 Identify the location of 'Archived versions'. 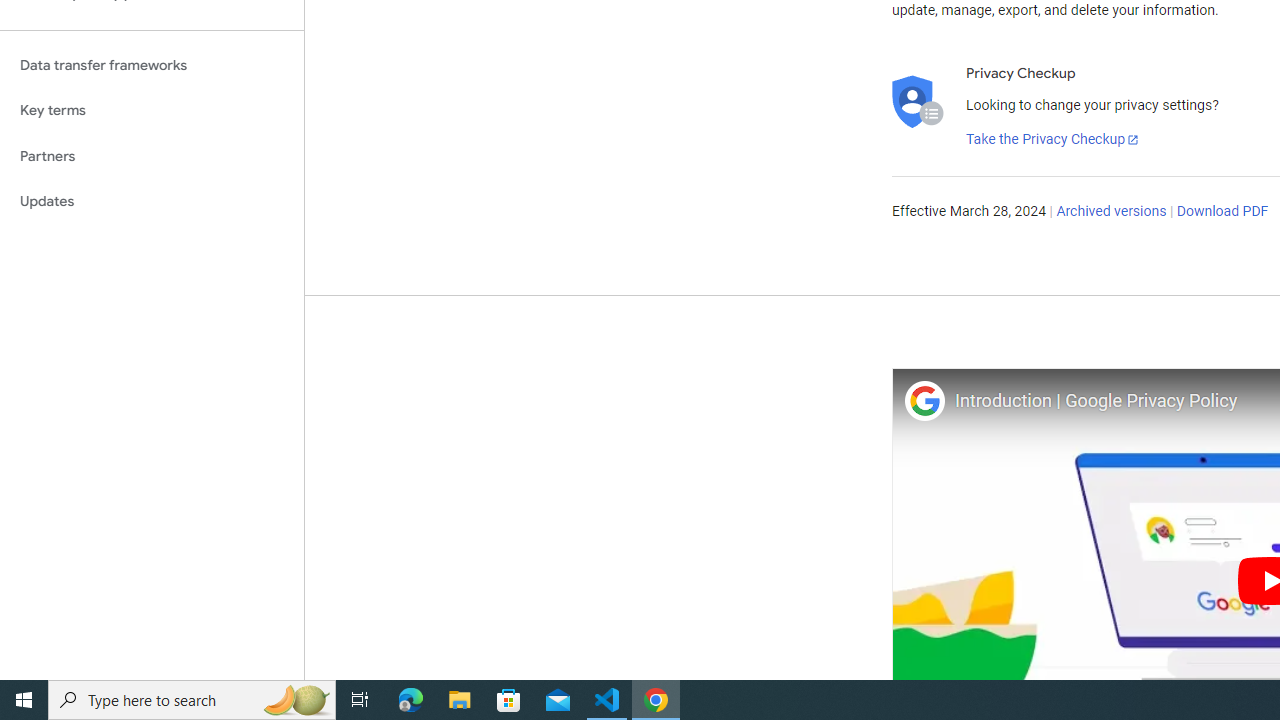
(1110, 212).